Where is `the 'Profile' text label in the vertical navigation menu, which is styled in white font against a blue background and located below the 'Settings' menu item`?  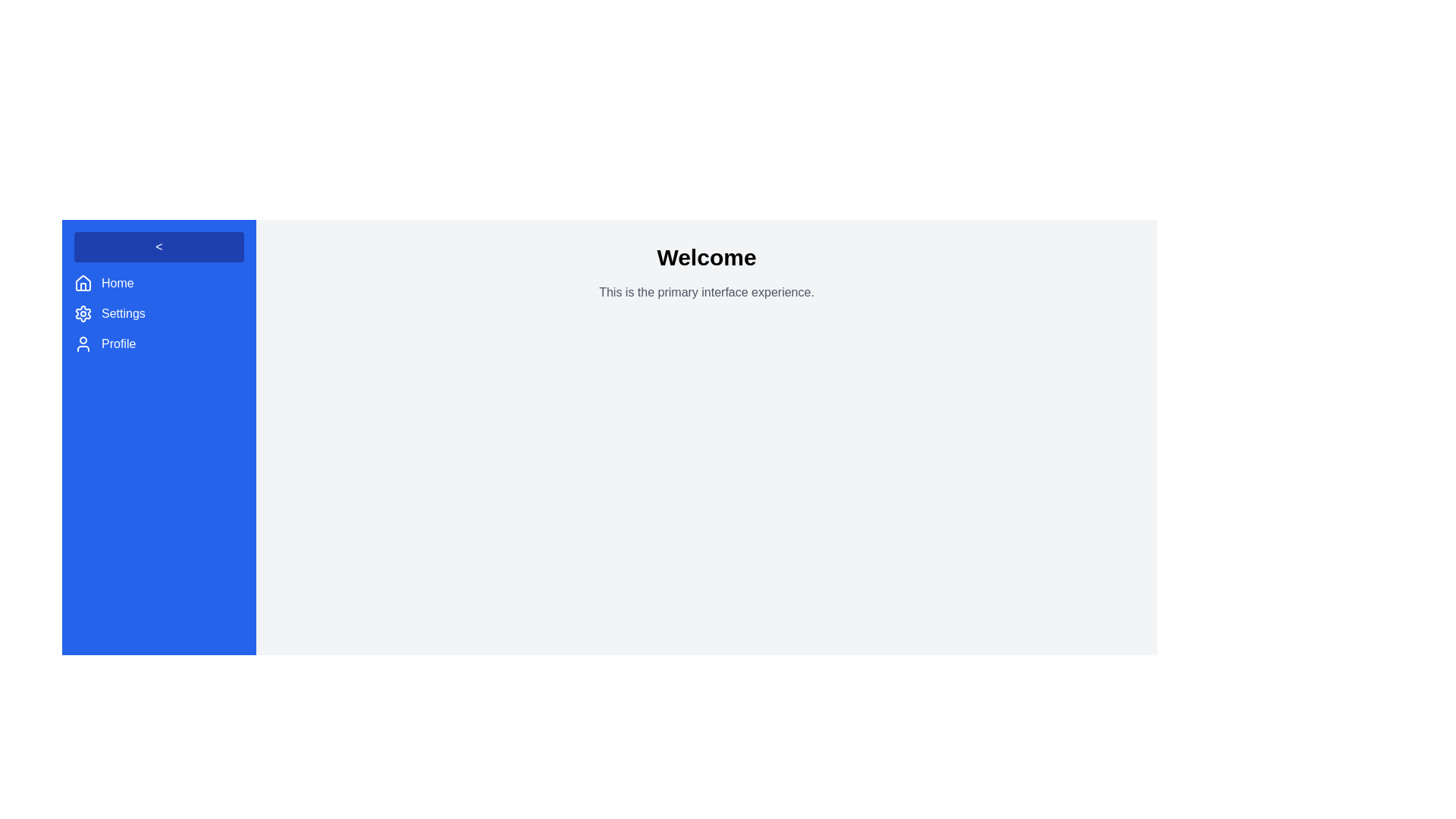
the 'Profile' text label in the vertical navigation menu, which is styled in white font against a blue background and located below the 'Settings' menu item is located at coordinates (118, 344).